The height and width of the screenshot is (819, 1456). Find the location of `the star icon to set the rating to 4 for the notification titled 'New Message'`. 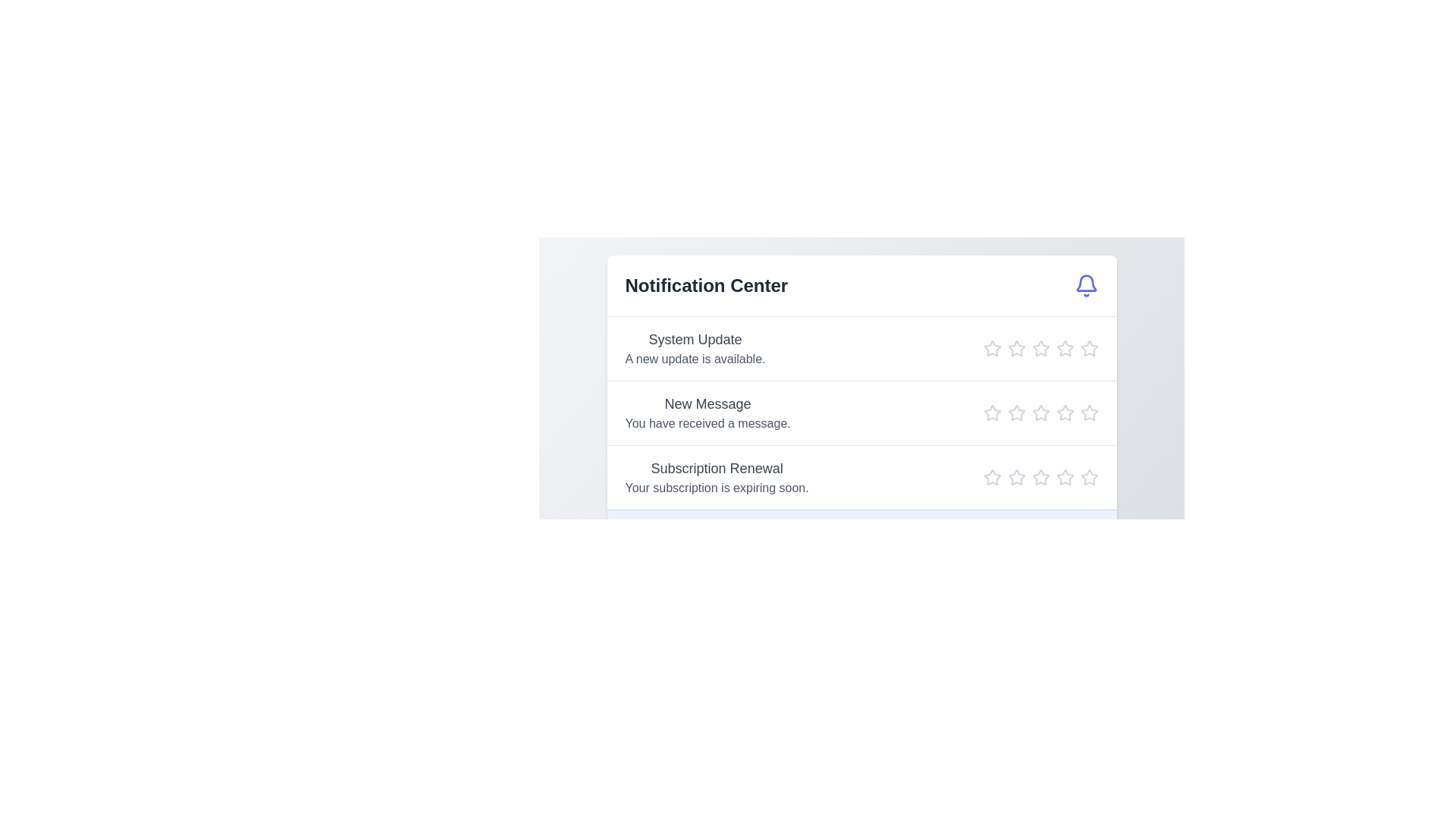

the star icon to set the rating to 4 for the notification titled 'New Message' is located at coordinates (1064, 413).